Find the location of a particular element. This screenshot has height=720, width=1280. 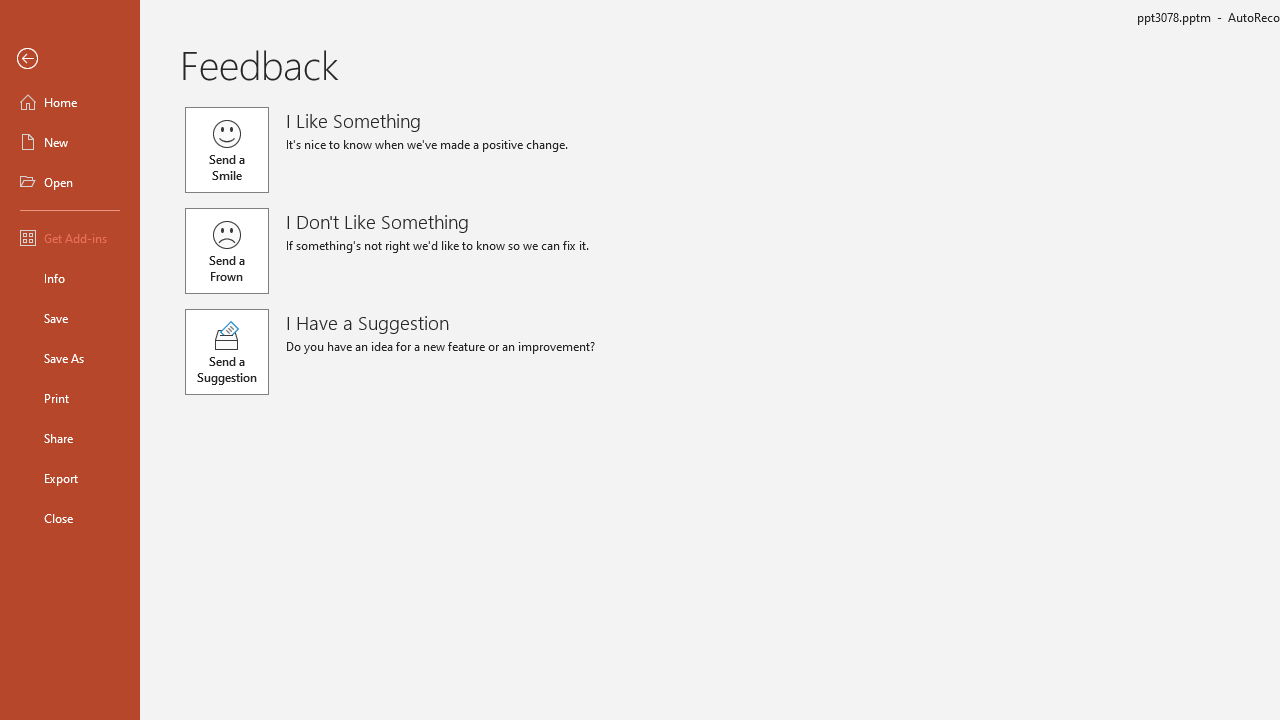

'Info' is located at coordinates (69, 277).